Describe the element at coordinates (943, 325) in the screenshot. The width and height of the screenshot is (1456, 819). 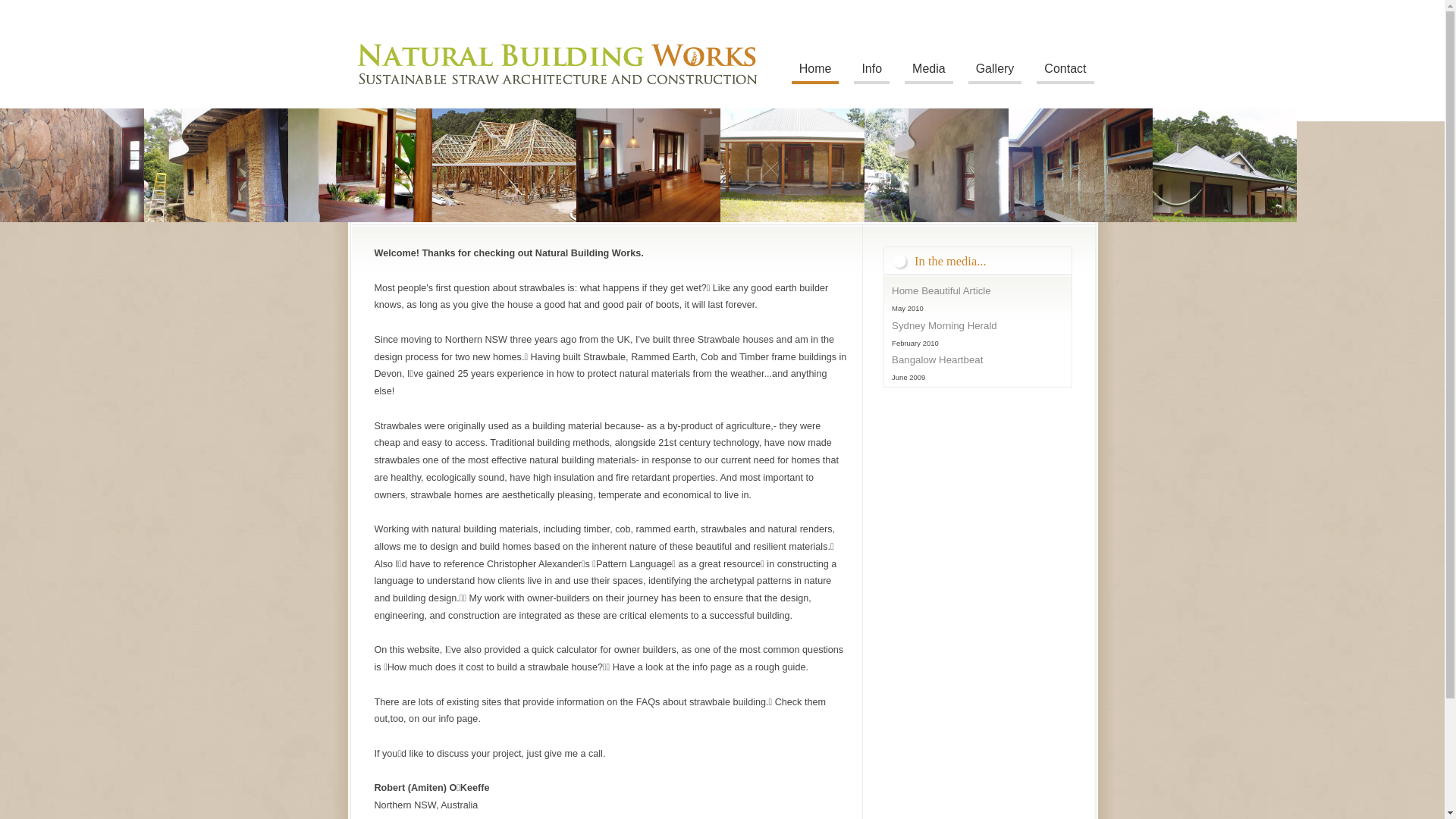
I see `'Sydney Morning Herald'` at that location.